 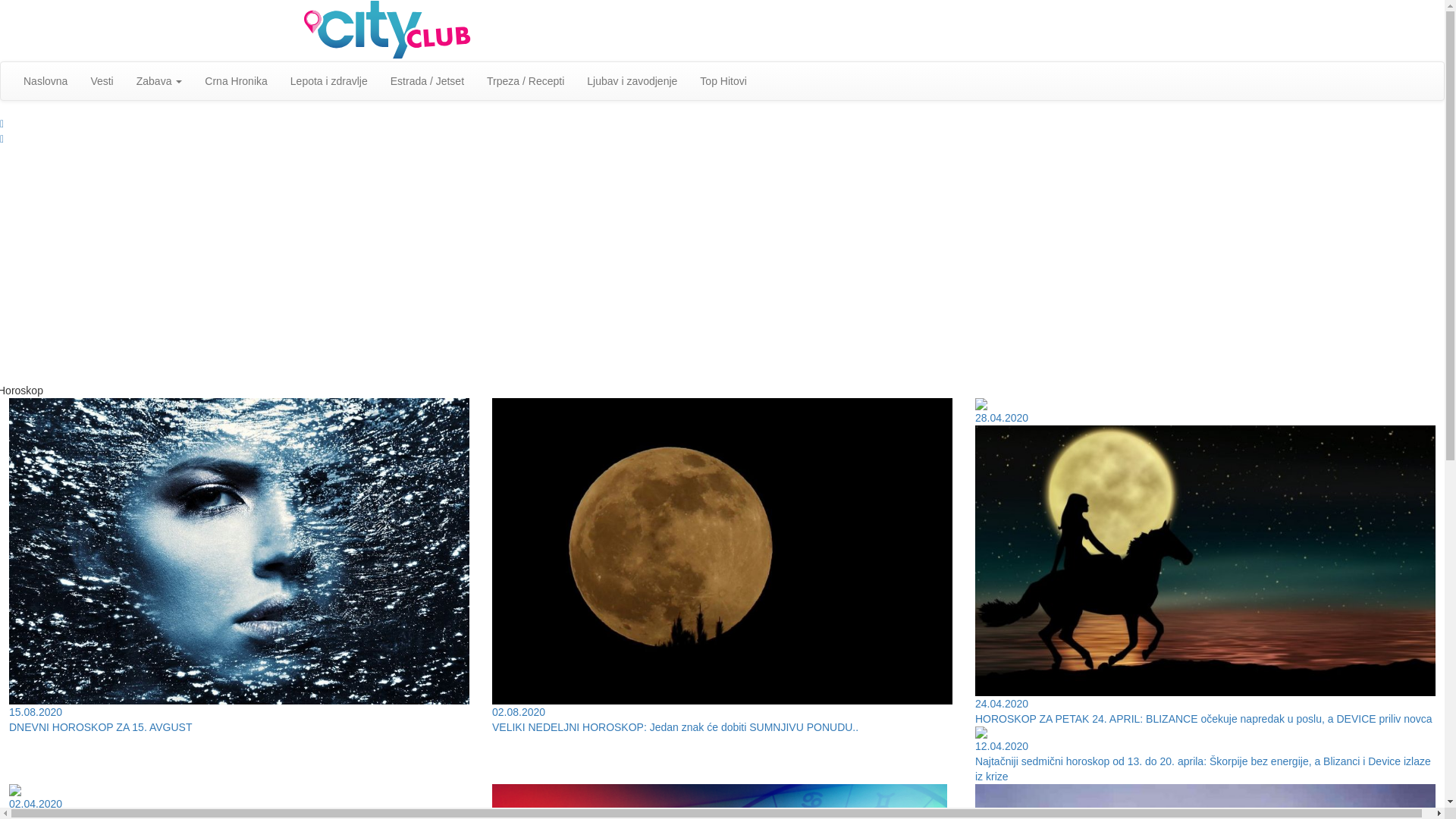 I want to click on 'Crna Hronika', so click(x=235, y=81).